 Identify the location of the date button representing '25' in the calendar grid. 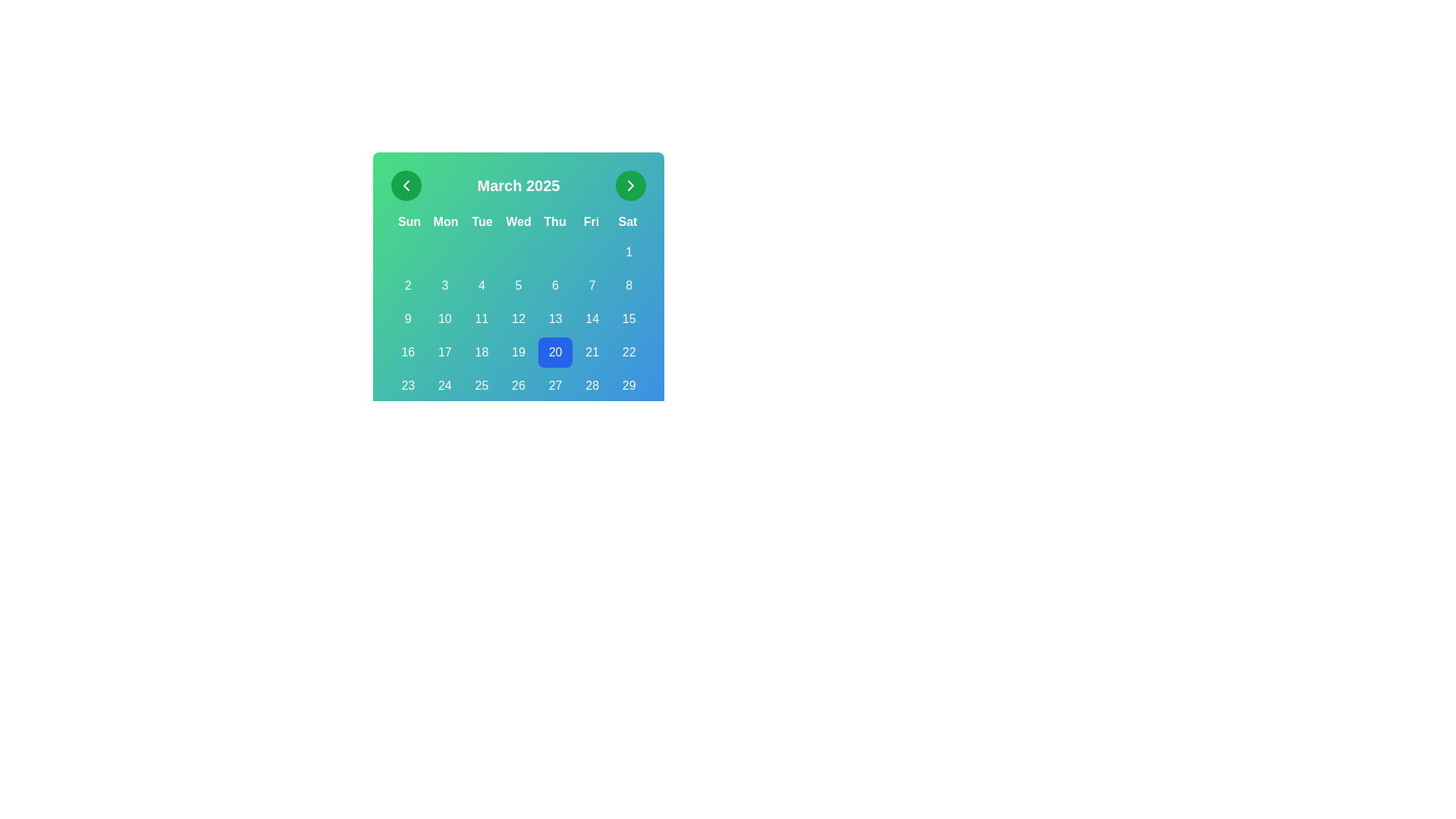
(481, 385).